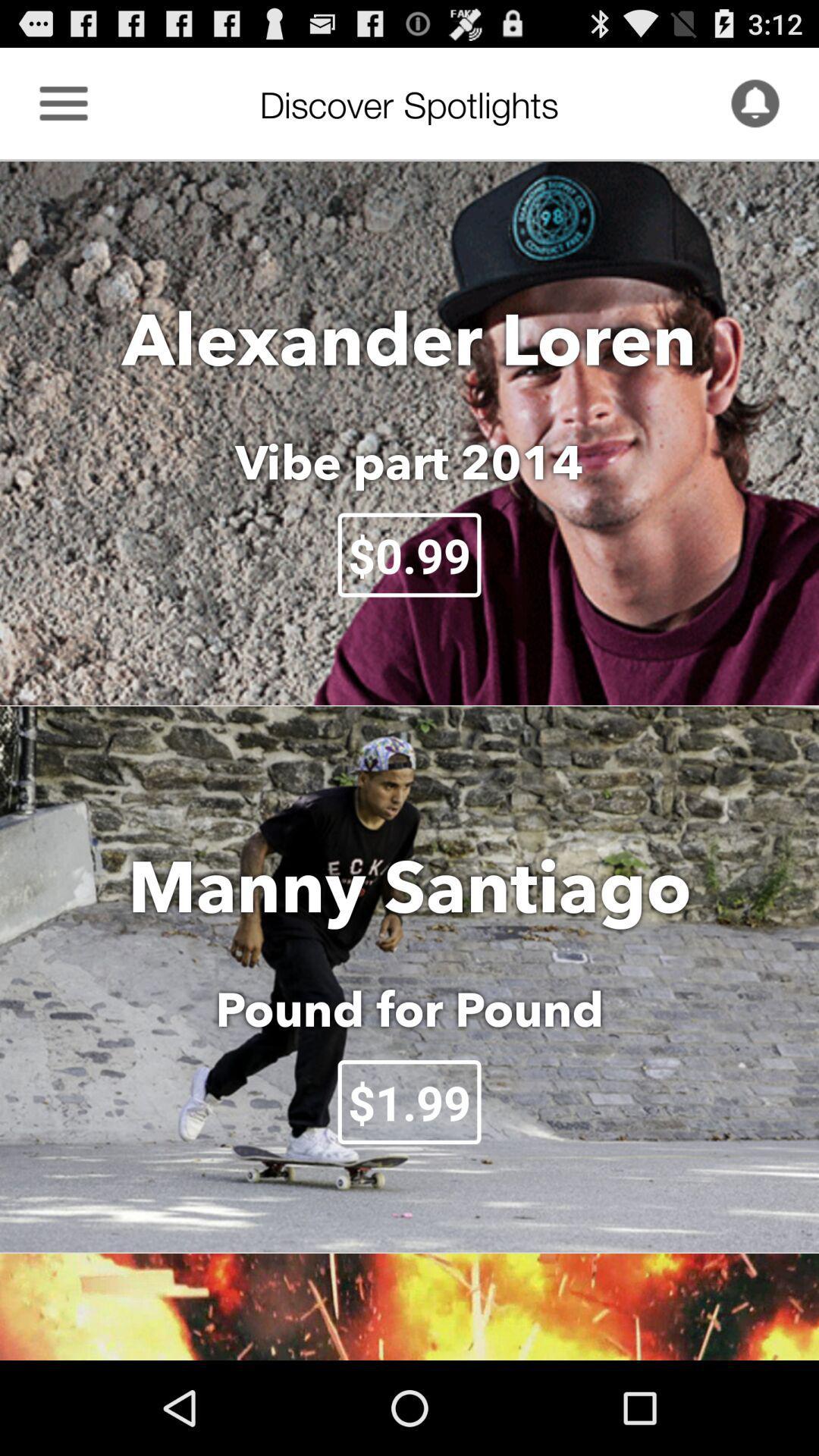 The image size is (819, 1456). I want to click on the vibe part 2014, so click(409, 461).